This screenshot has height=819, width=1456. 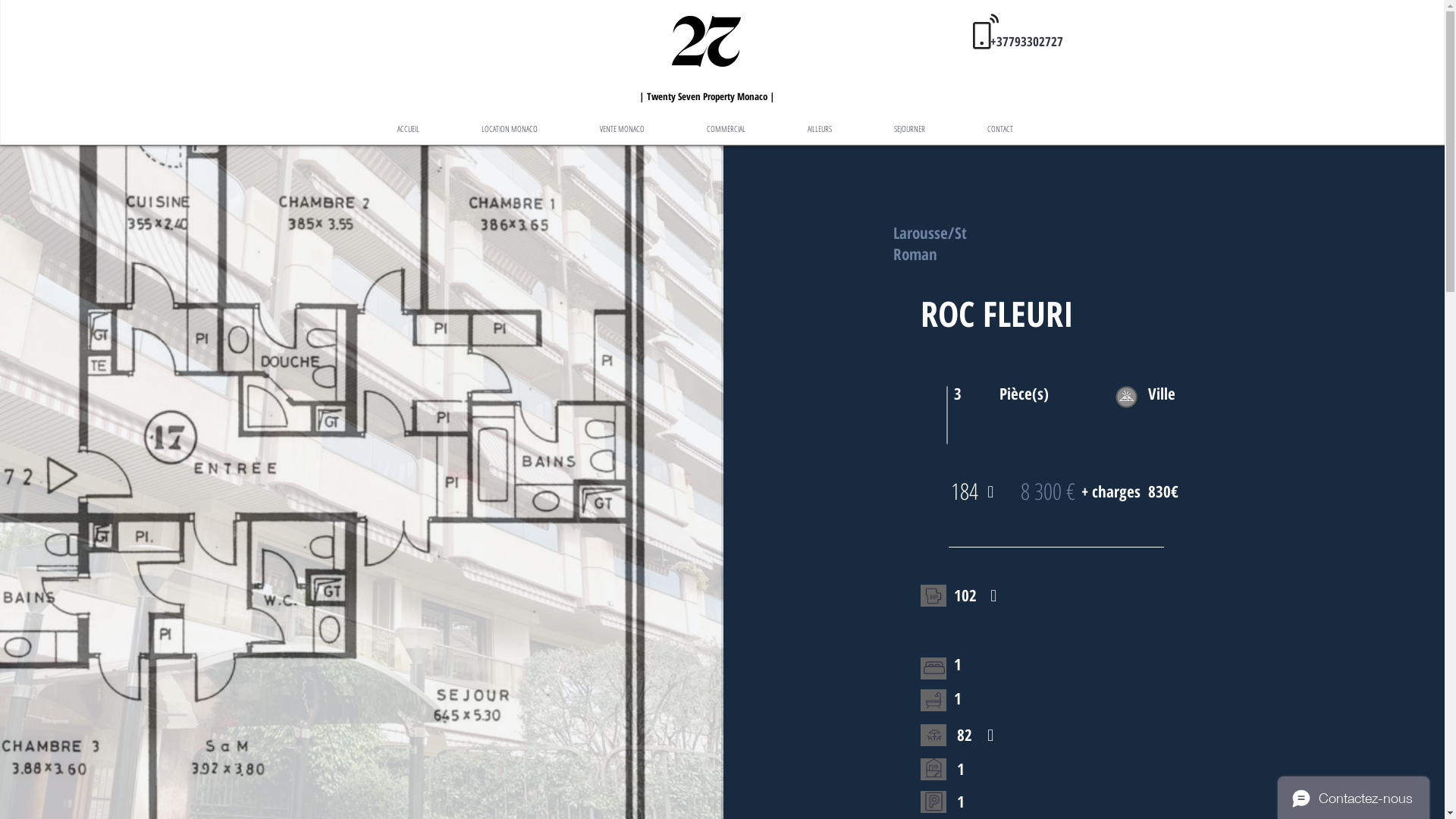 I want to click on 'AILLEURS', so click(x=818, y=127).